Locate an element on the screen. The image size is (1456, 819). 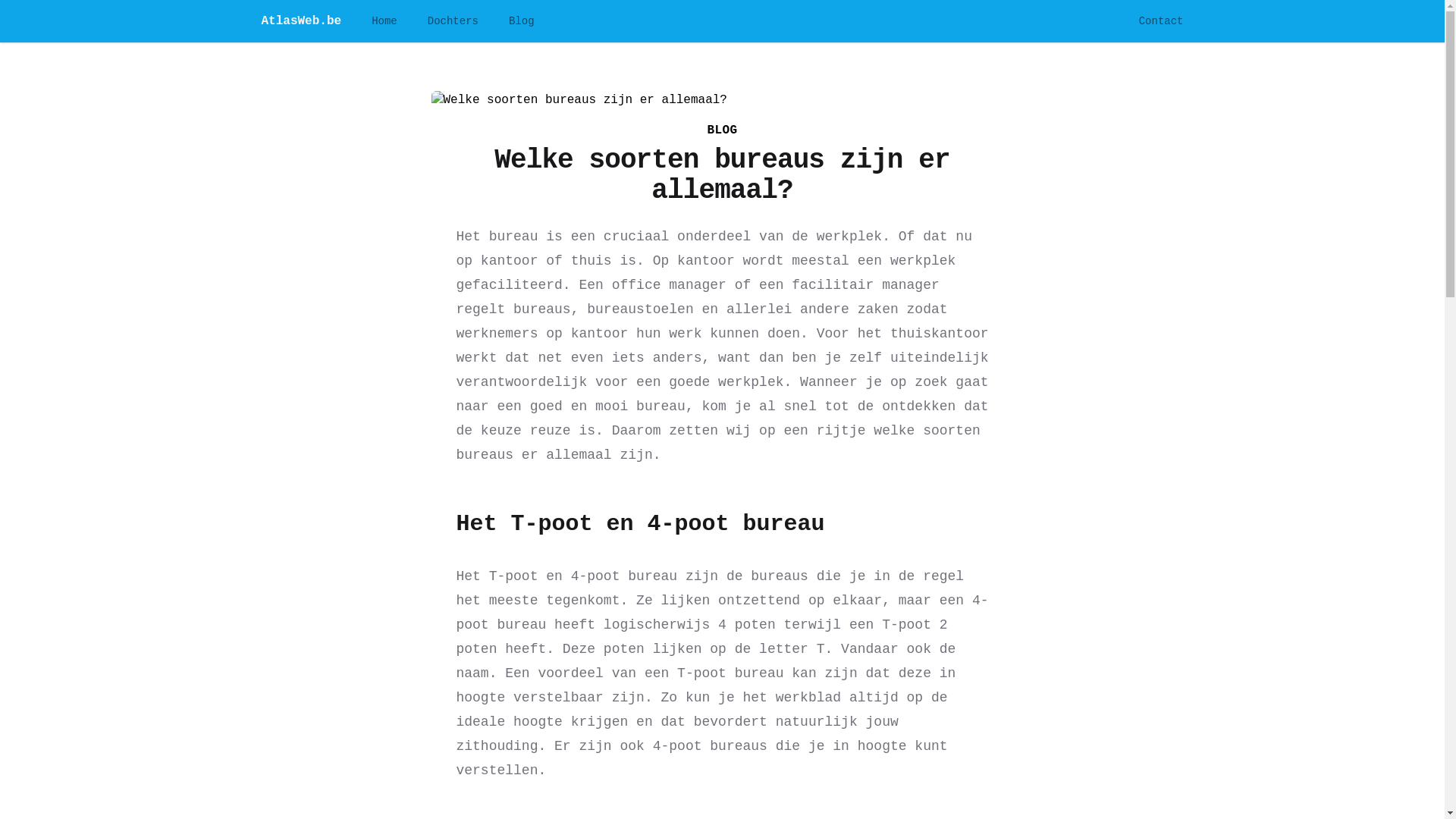
'Home' is located at coordinates (371, 20).